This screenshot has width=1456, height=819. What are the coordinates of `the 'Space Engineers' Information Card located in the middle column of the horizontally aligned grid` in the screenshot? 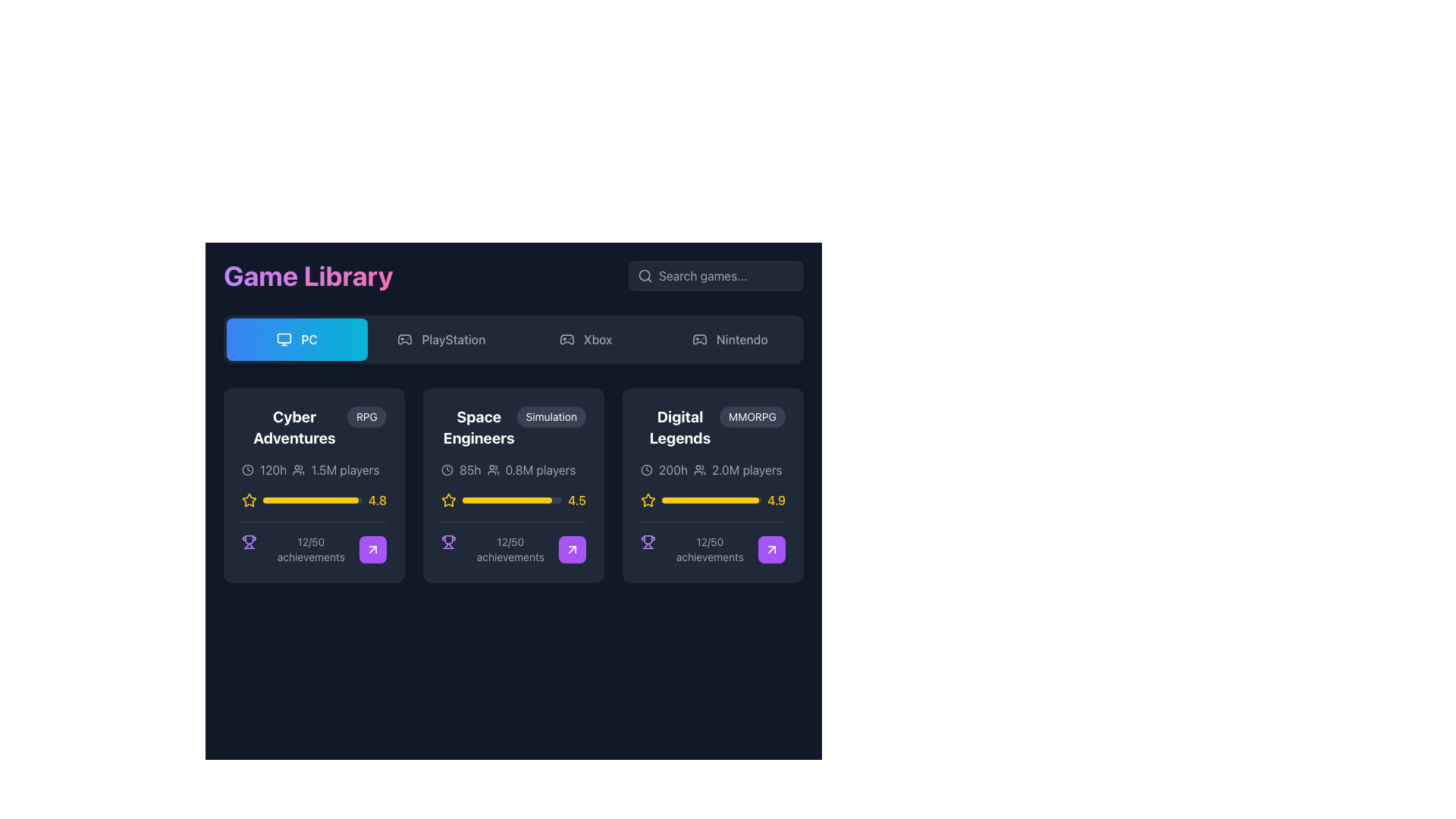 It's located at (513, 485).